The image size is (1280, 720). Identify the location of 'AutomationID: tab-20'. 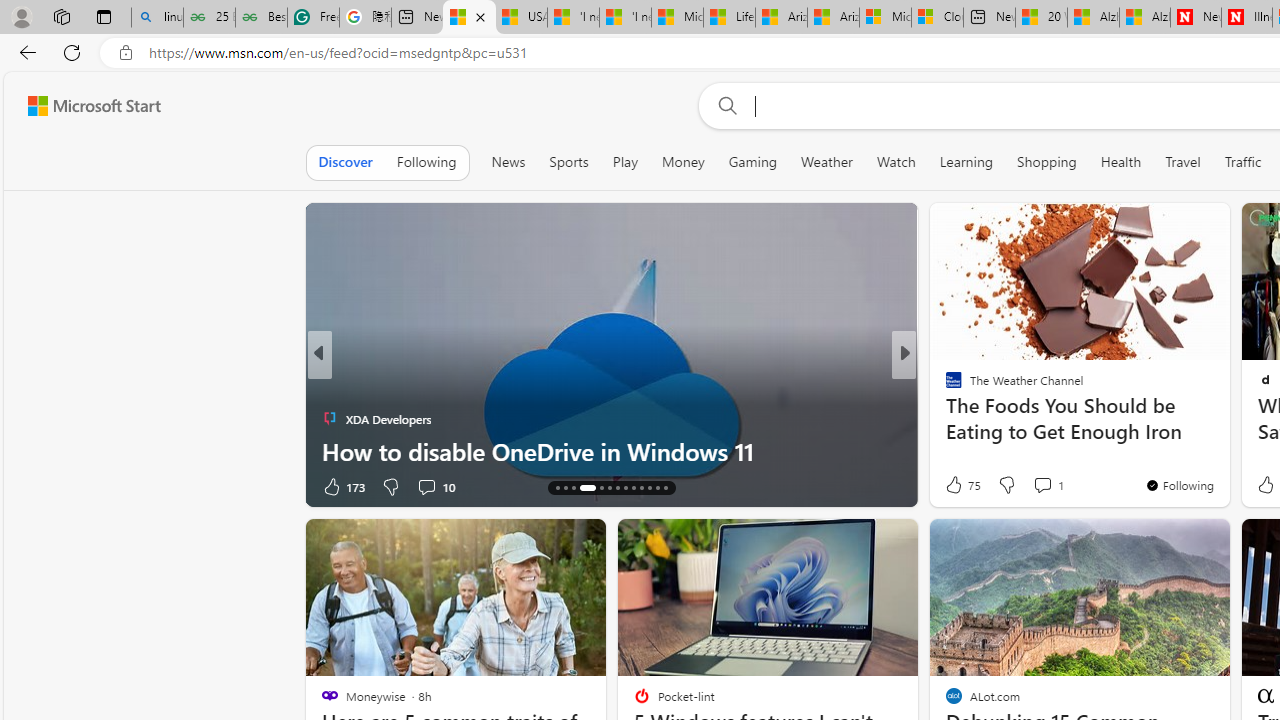
(616, 488).